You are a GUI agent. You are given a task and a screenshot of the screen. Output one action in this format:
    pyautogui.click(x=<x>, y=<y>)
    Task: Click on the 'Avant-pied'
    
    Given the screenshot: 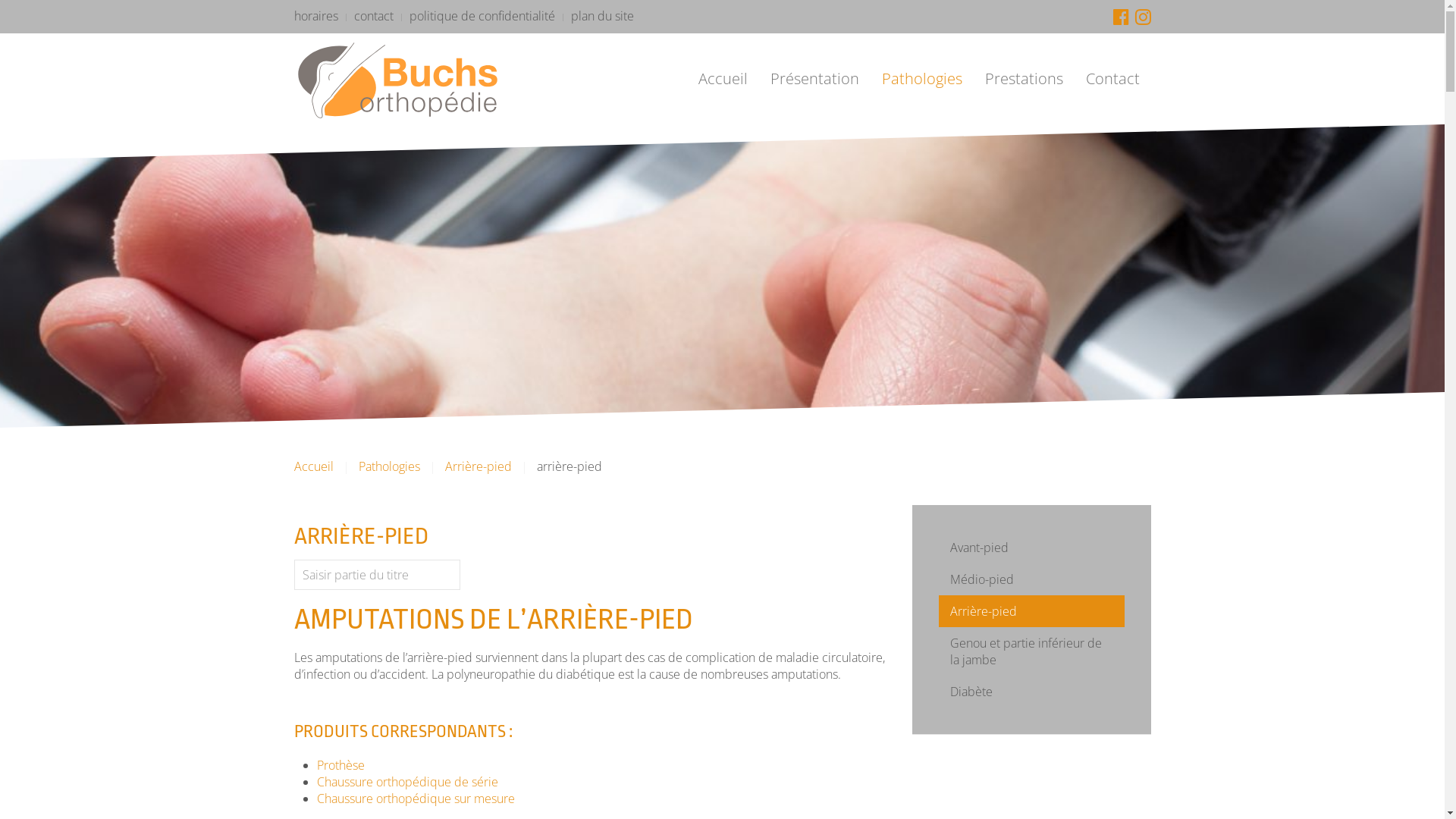 What is the action you would take?
    pyautogui.click(x=1031, y=547)
    